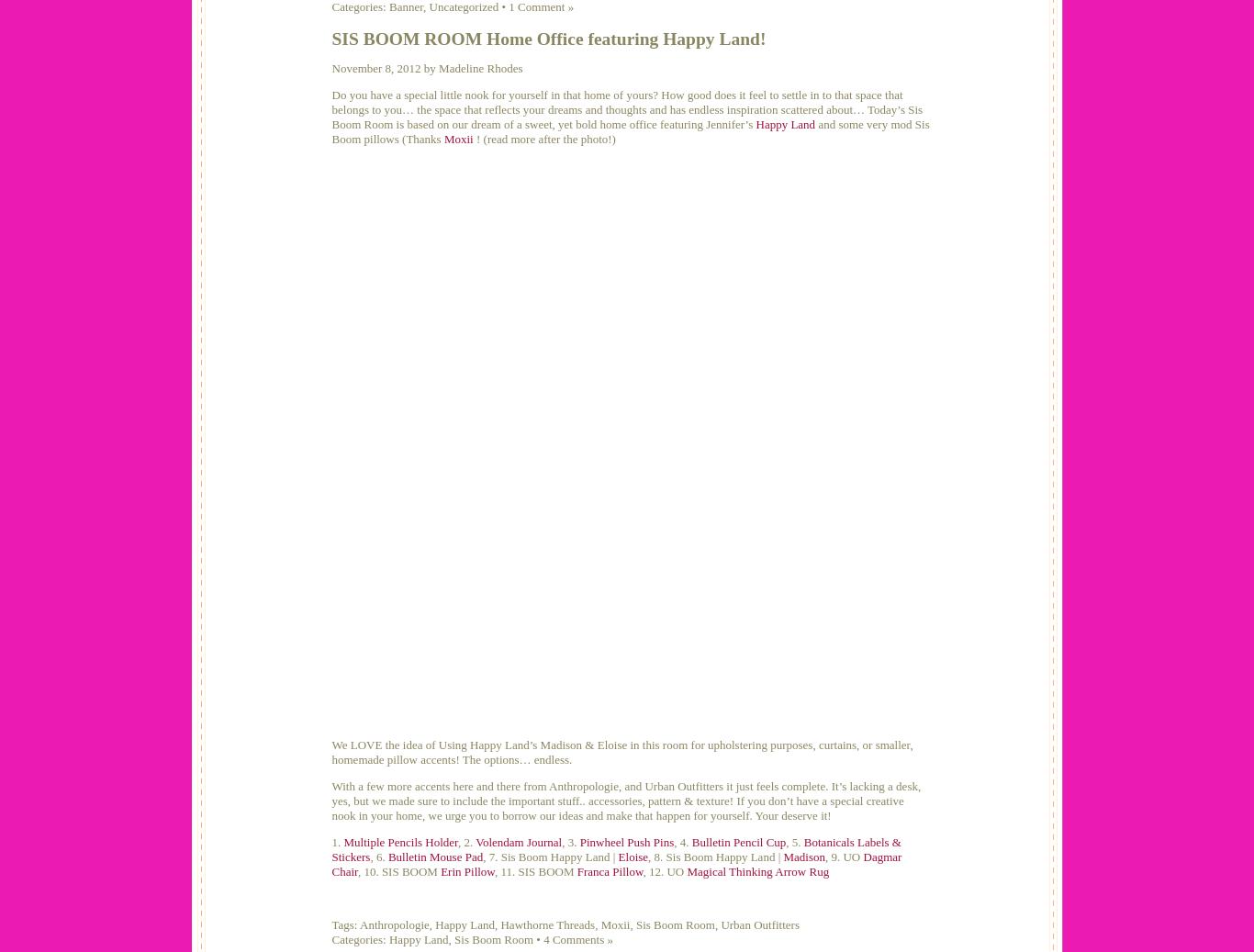  Describe the element at coordinates (546, 924) in the screenshot. I see `'Hawthorne Threads'` at that location.